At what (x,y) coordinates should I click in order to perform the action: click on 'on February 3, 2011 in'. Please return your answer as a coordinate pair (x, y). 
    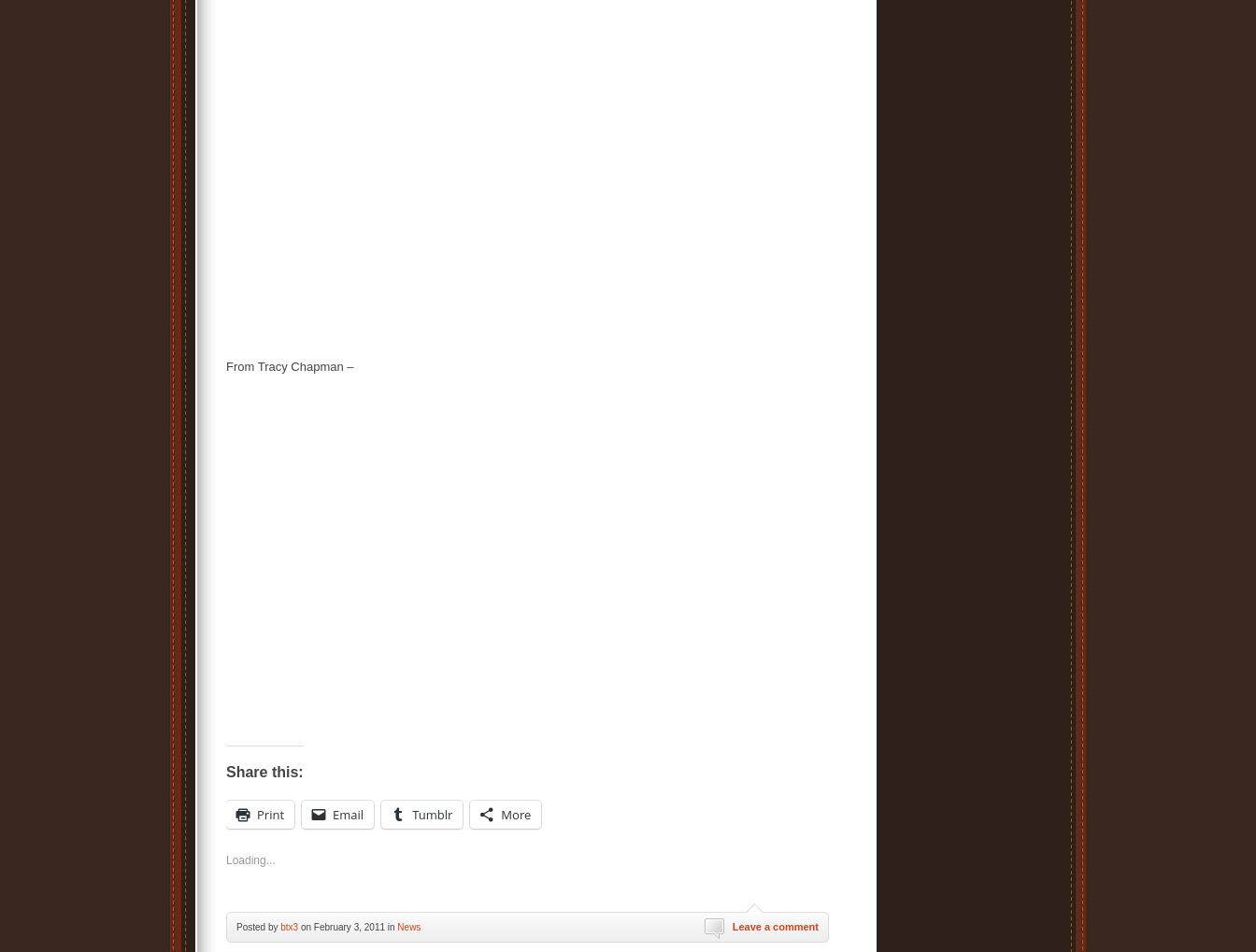
    Looking at the image, I should click on (298, 927).